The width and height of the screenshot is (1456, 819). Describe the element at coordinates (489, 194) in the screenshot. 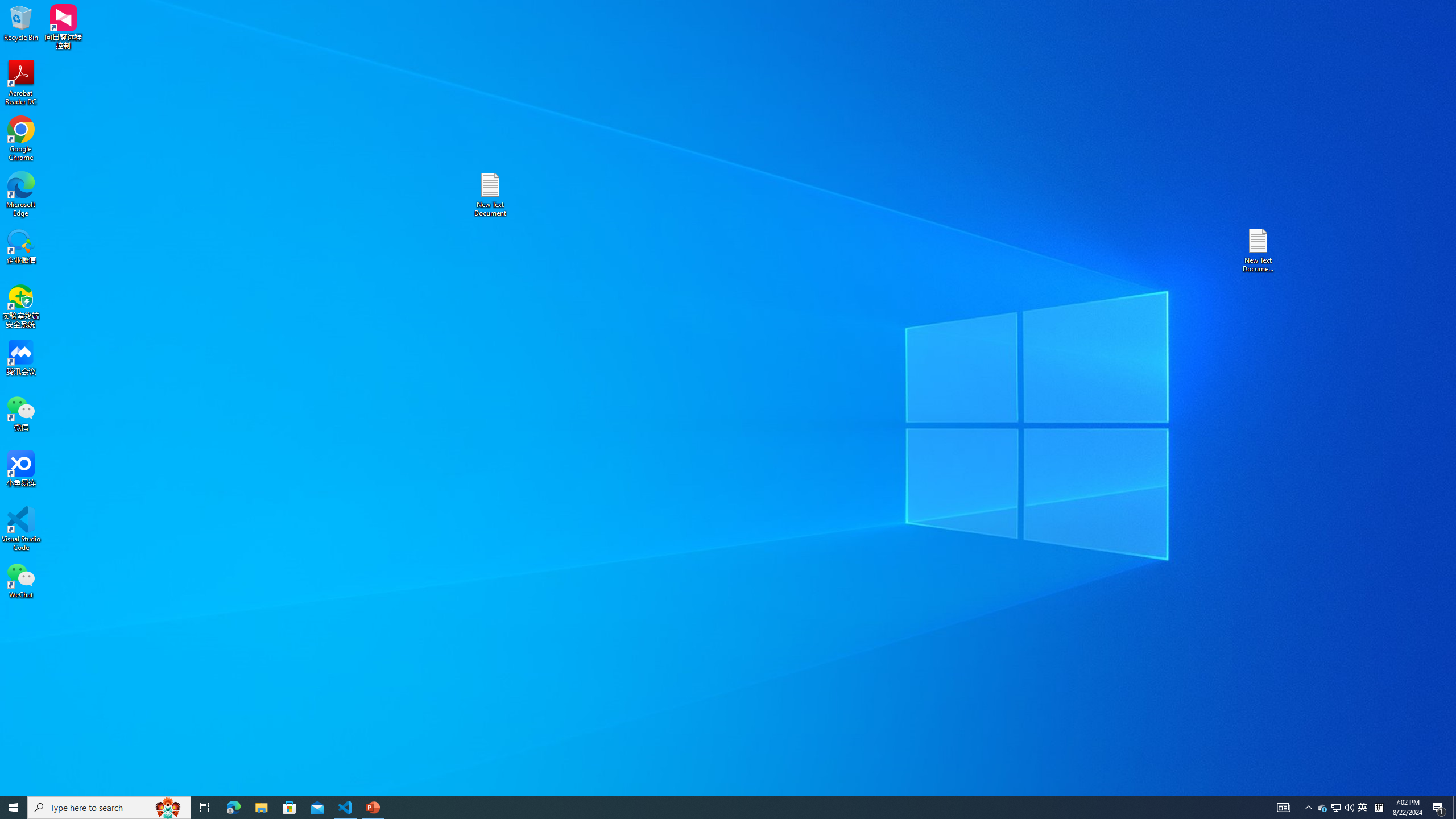

I see `'New Text Document'` at that location.